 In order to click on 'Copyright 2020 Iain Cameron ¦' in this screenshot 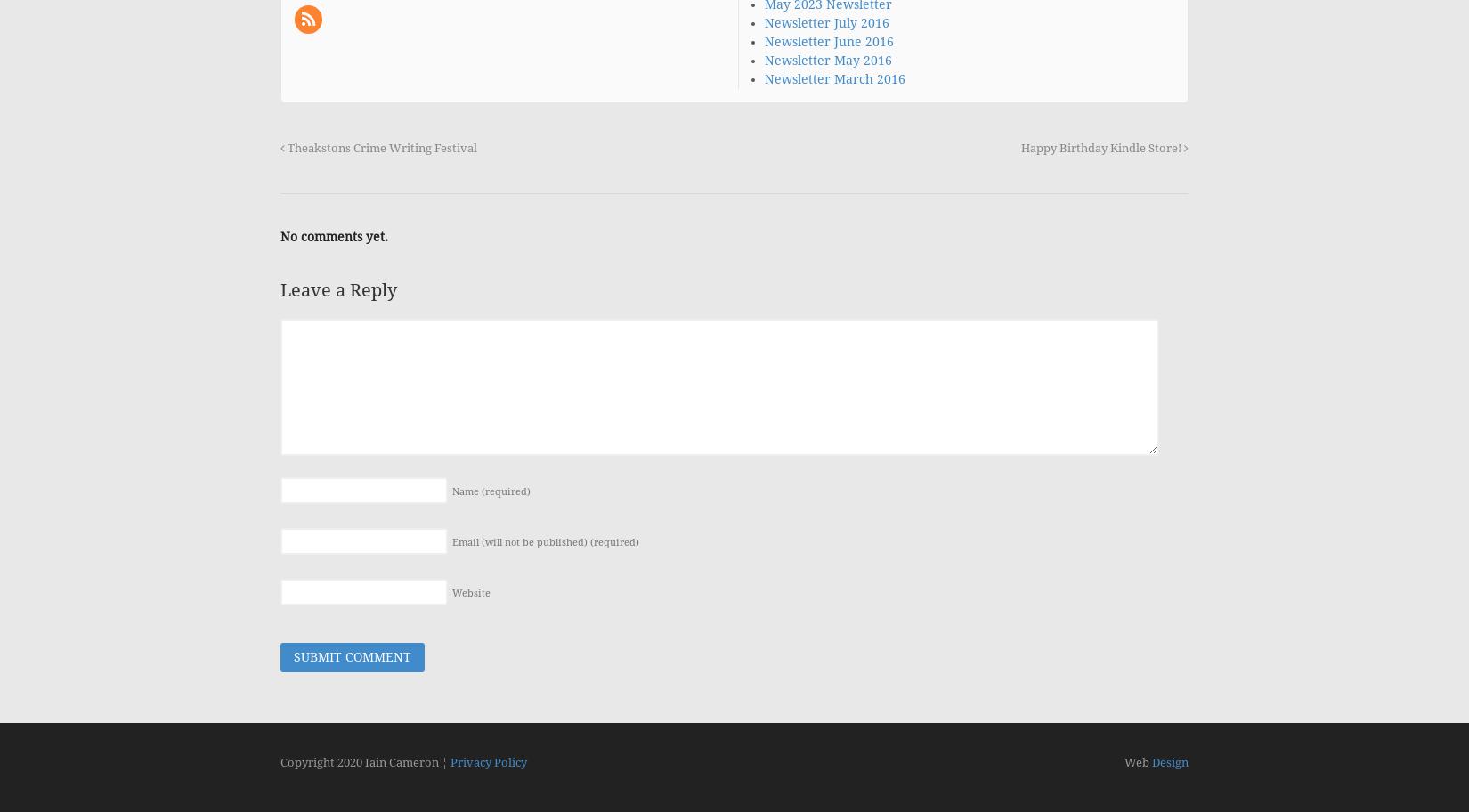, I will do `click(365, 761)`.